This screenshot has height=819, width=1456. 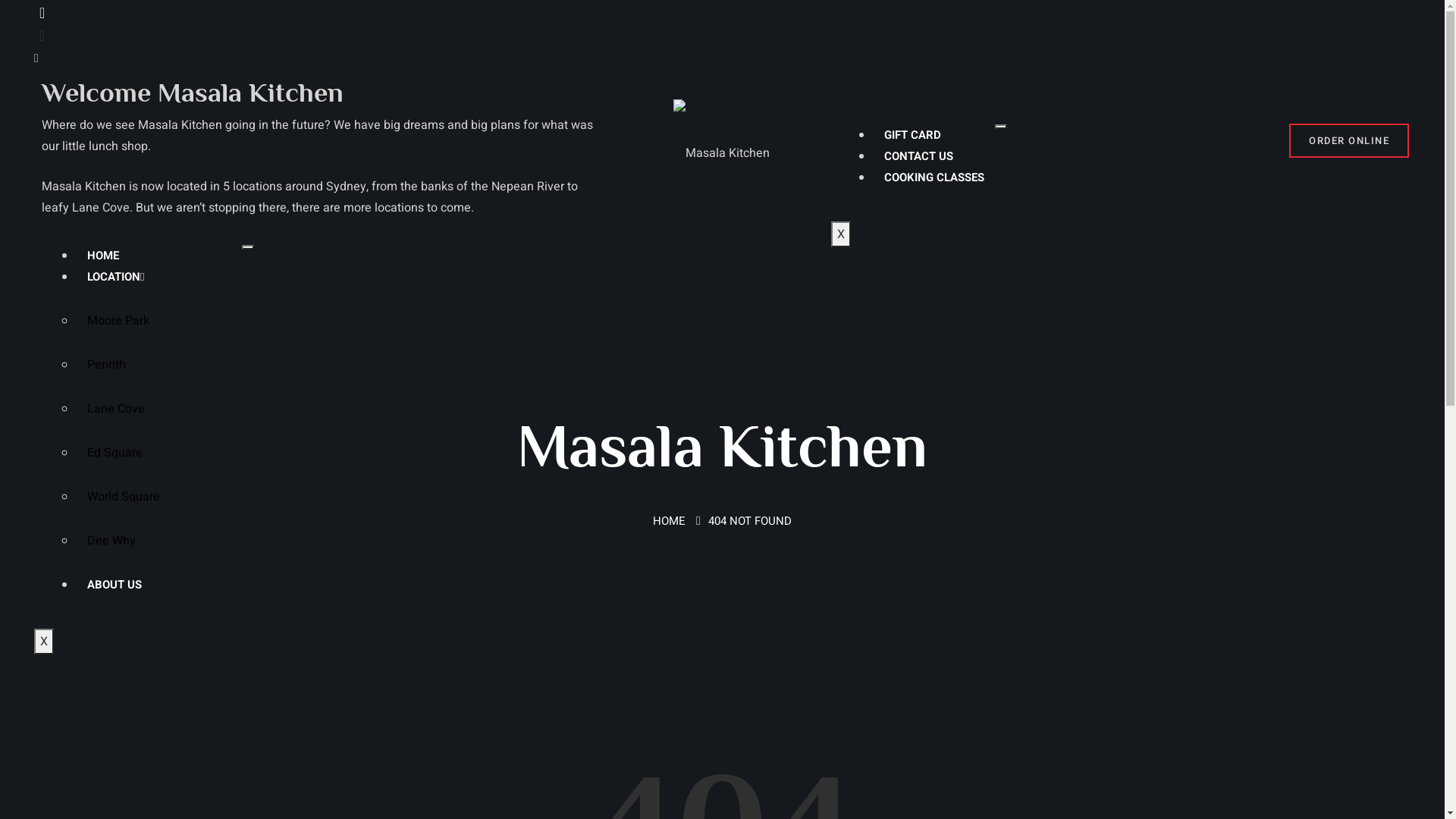 I want to click on 'Lane Cove', so click(x=75, y=408).